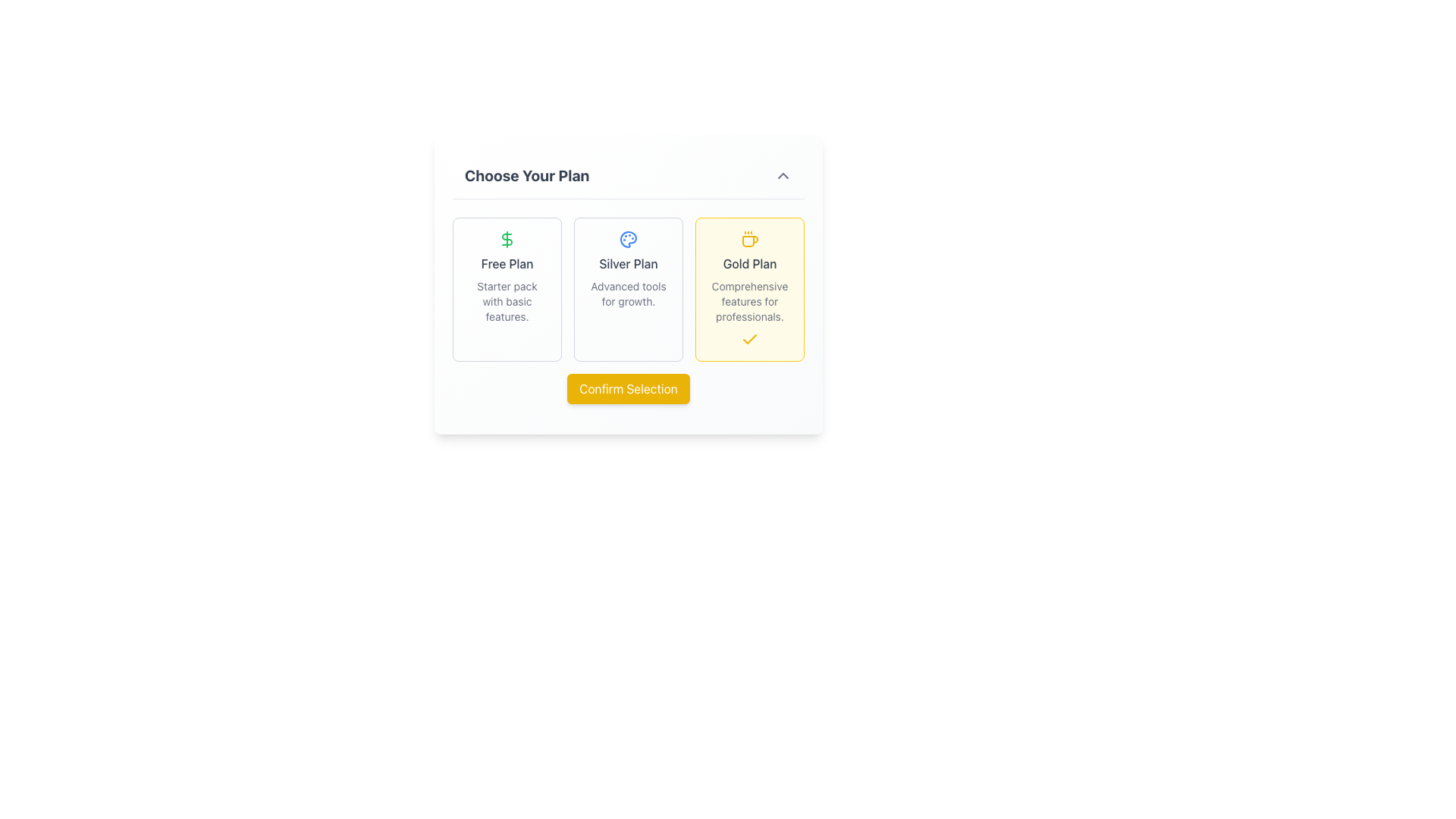 This screenshot has width=1456, height=819. Describe the element at coordinates (527, 174) in the screenshot. I see `text label that displays 'Choose Your Plan', which is prominently positioned at the top of the section in dark gray color` at that location.